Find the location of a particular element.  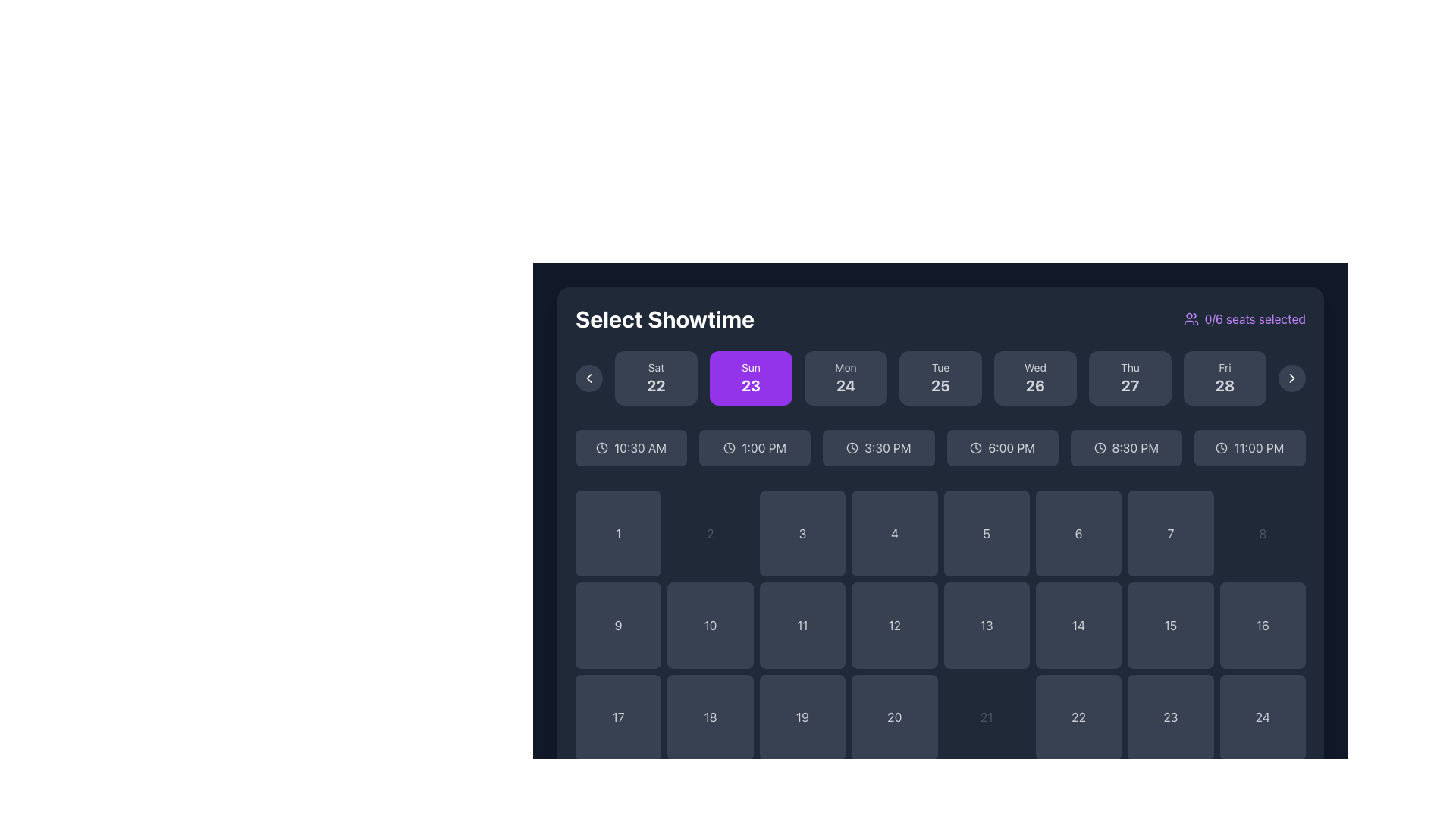

the clock icon located inside the button labeled '11:00 PM' in the last column of the time selector row is located at coordinates (1222, 447).